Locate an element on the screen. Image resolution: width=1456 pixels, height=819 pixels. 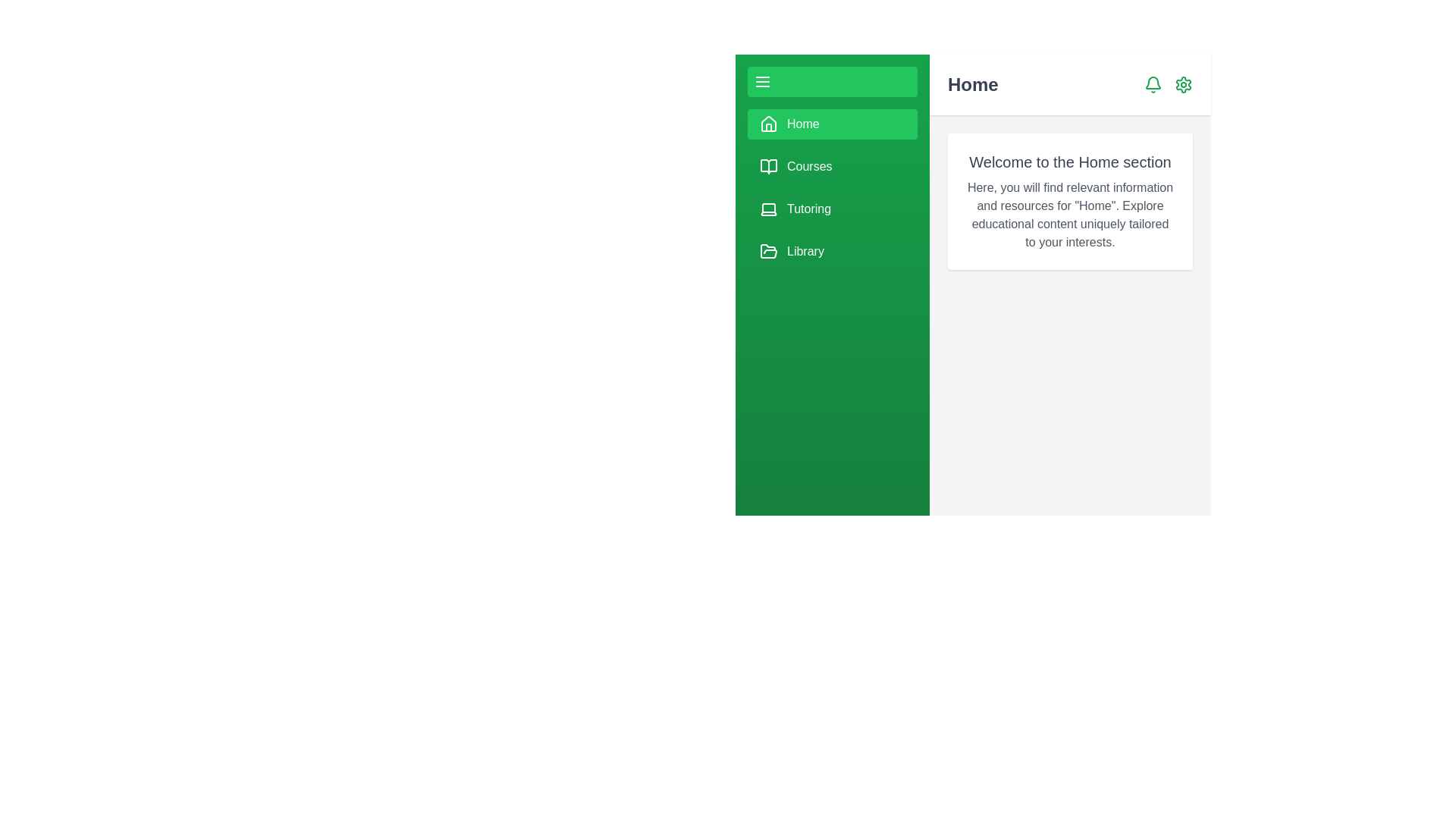
the 'Courses' text label in the vertical navigation bar is located at coordinates (808, 166).